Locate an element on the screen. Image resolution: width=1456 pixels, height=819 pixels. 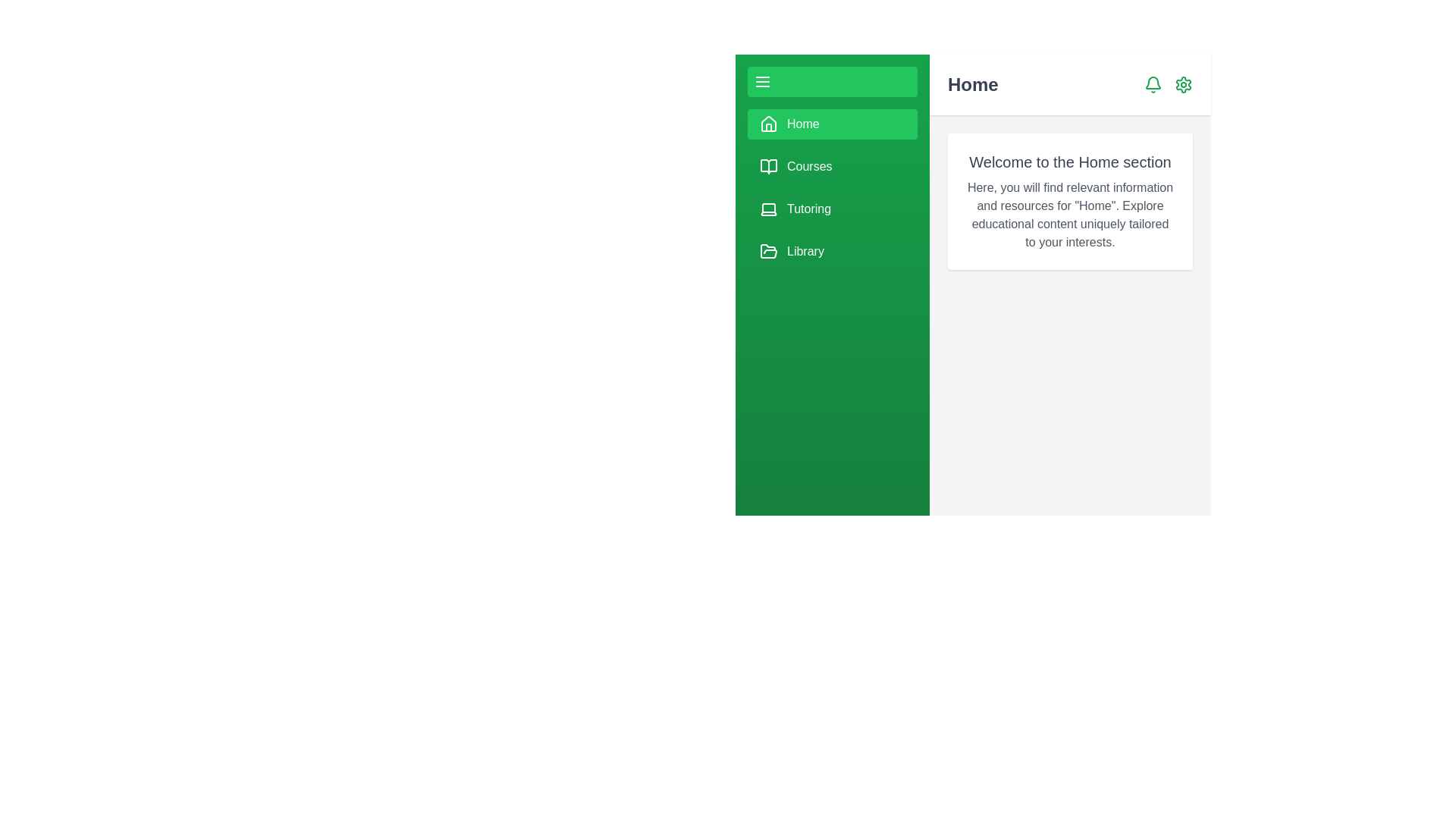
the 'Courses' text label in the vertical navigation bar is located at coordinates (808, 166).